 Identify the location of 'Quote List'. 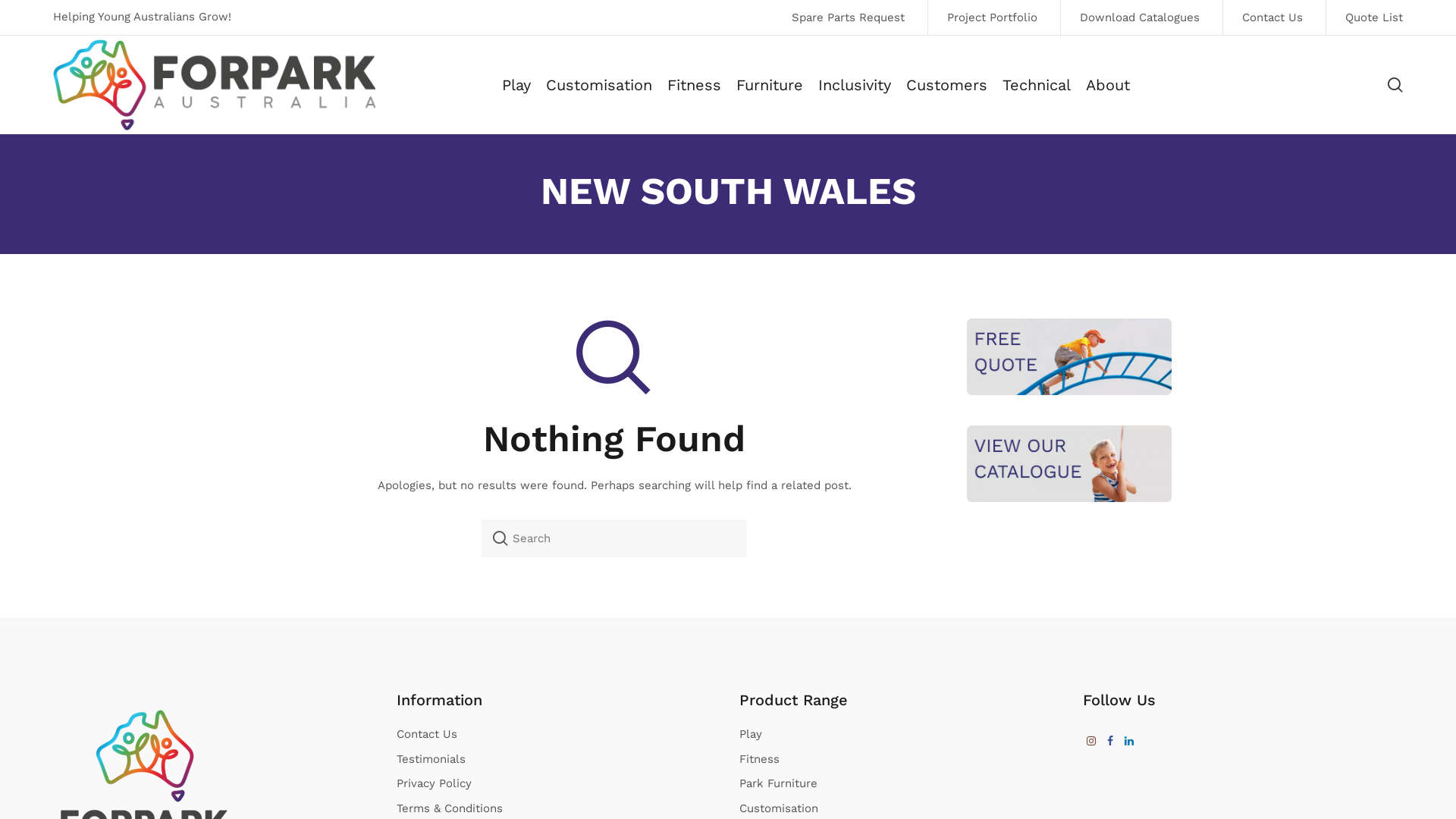
(1324, 17).